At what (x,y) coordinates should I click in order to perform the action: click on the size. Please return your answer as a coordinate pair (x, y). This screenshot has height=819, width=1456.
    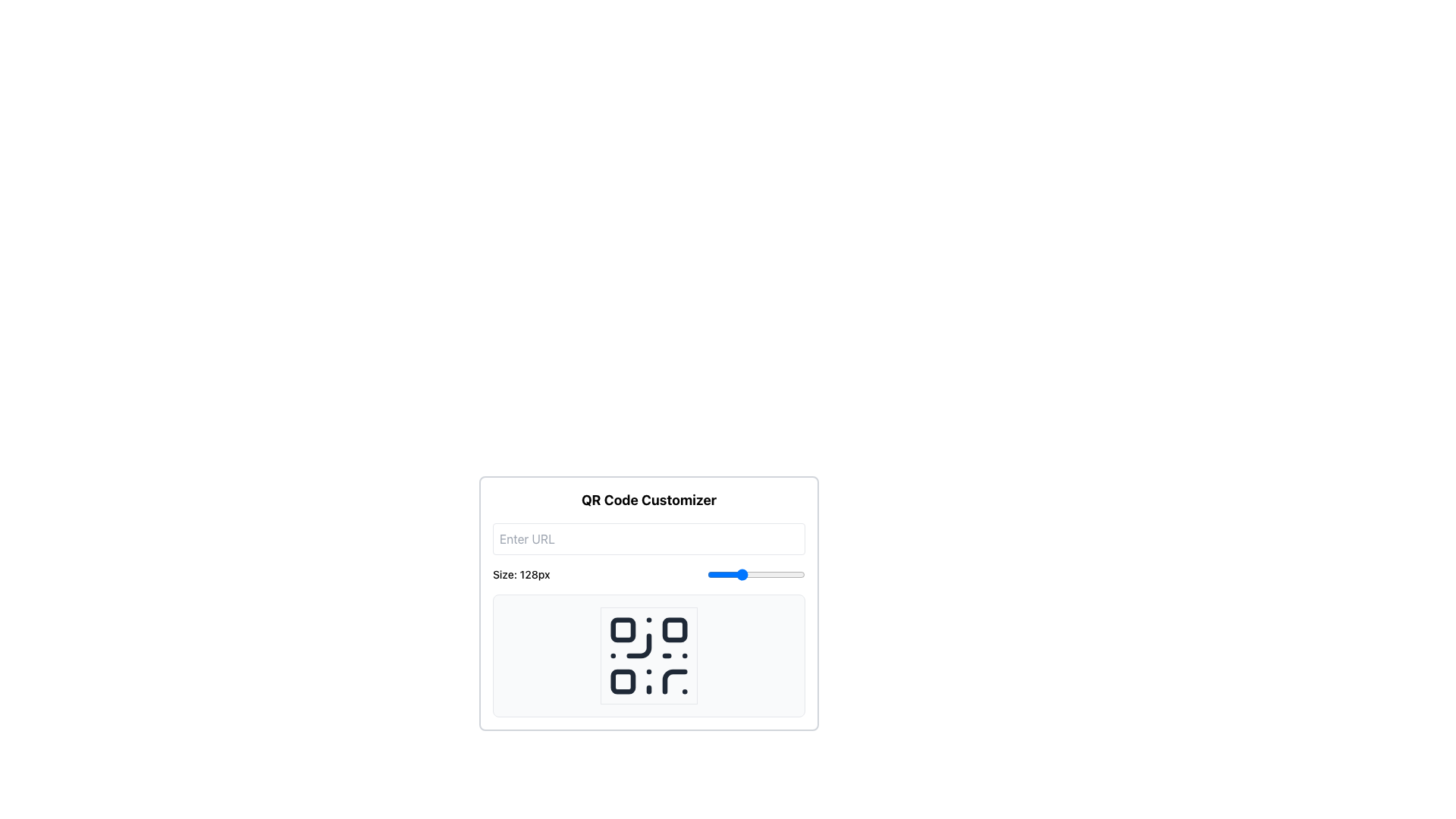
    Looking at the image, I should click on (791, 575).